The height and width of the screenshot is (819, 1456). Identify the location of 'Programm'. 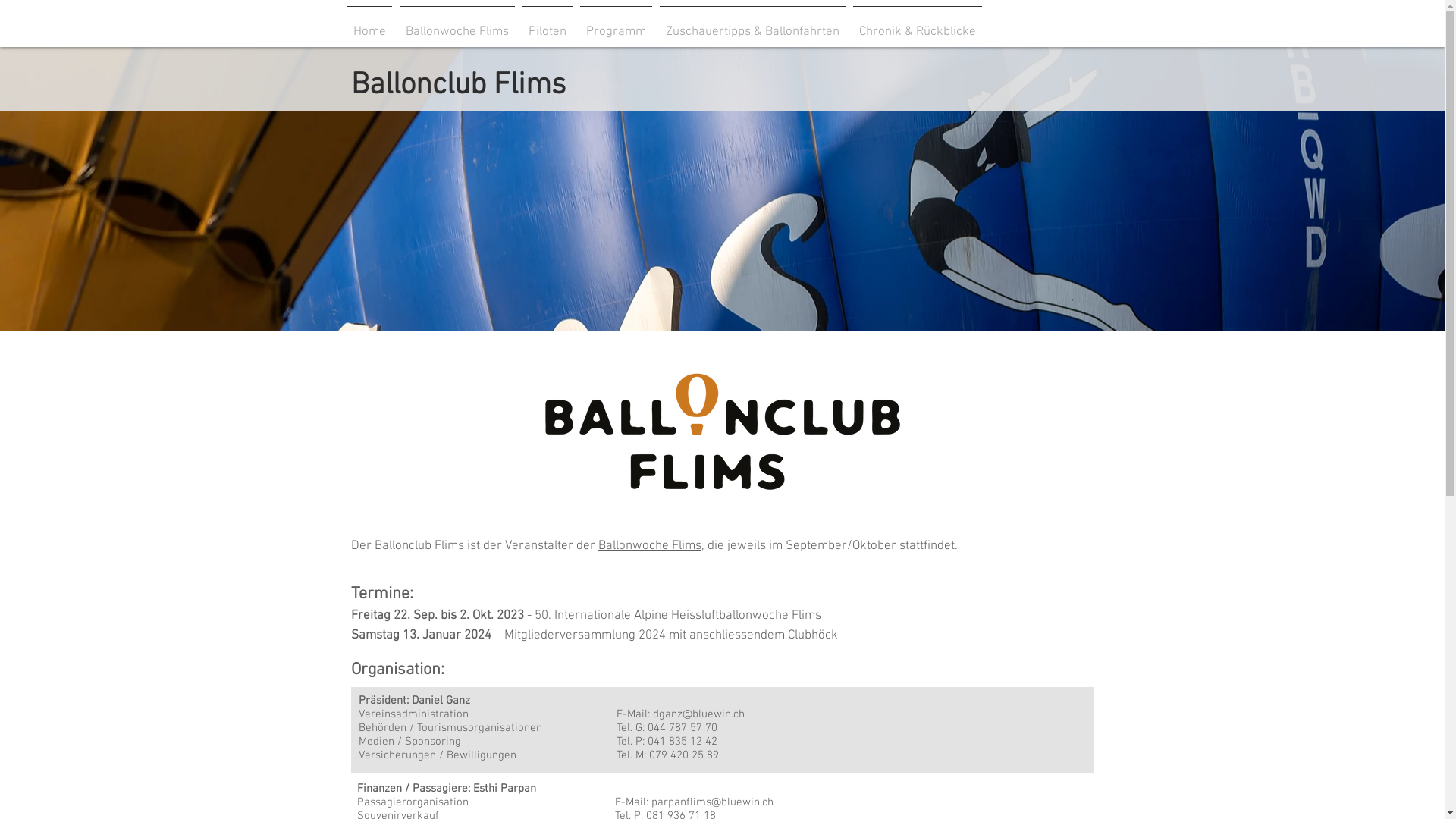
(616, 25).